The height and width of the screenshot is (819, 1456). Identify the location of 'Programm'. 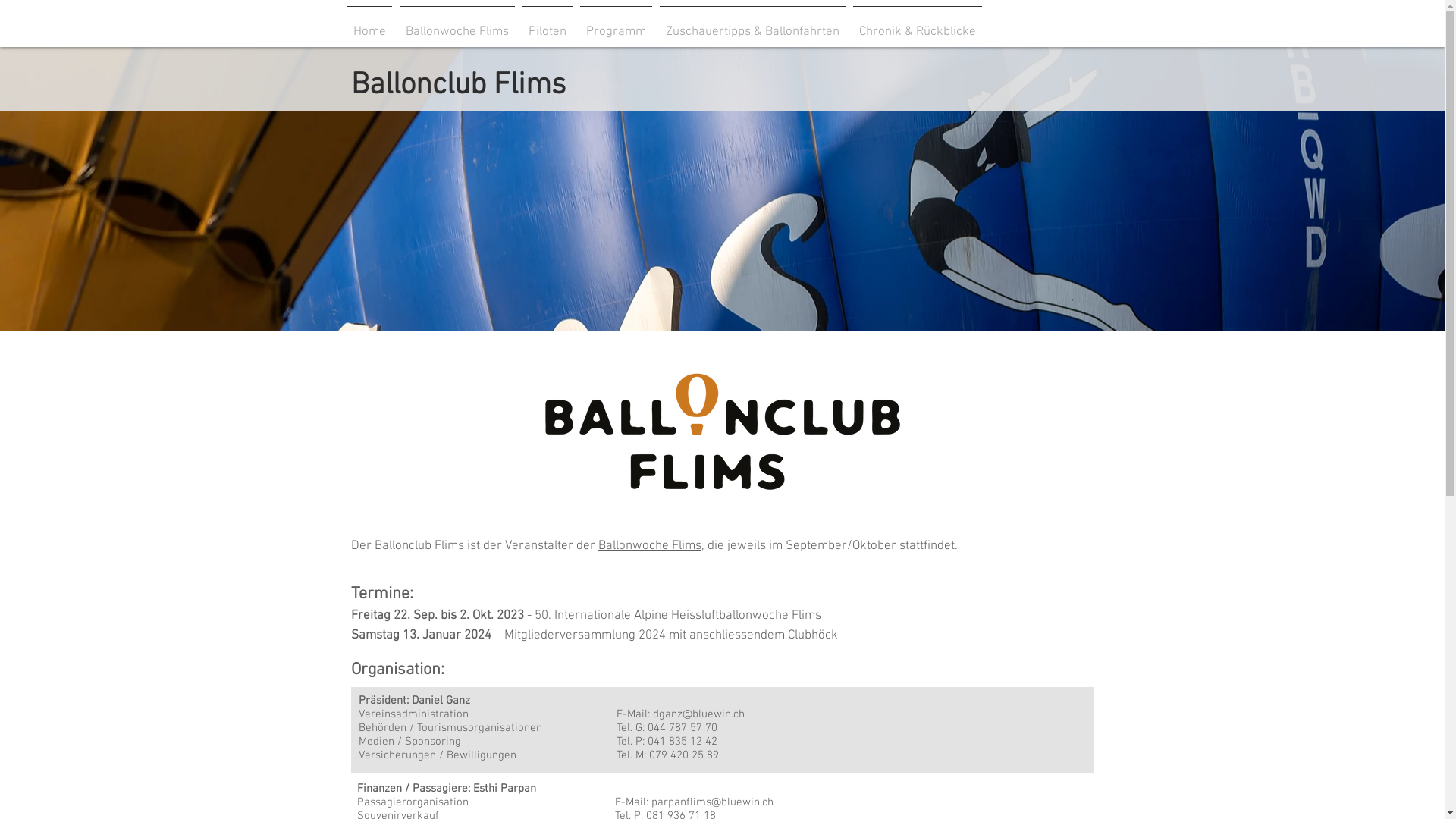
(616, 25).